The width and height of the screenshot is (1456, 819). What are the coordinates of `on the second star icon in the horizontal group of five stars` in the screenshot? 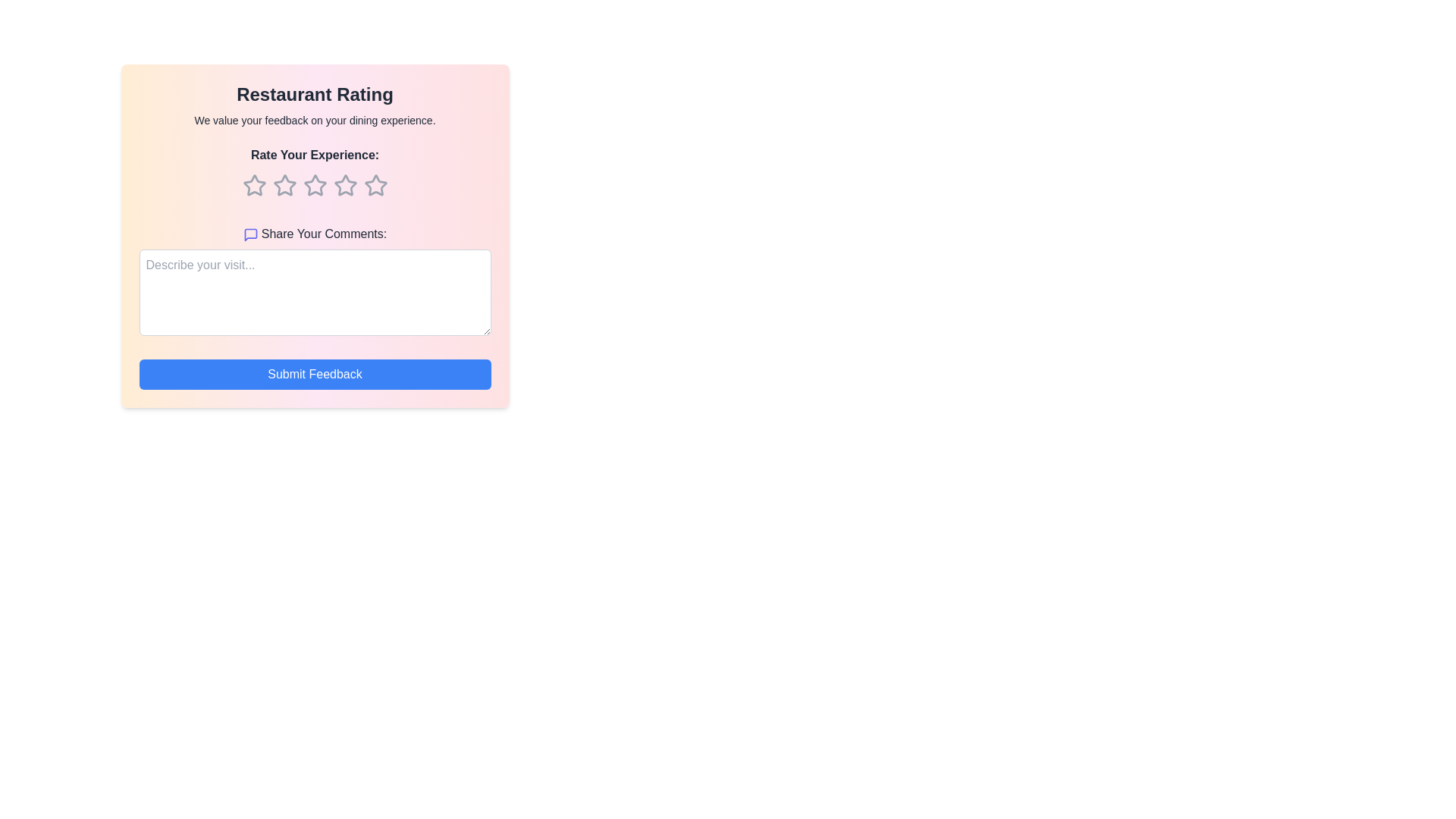 It's located at (284, 184).